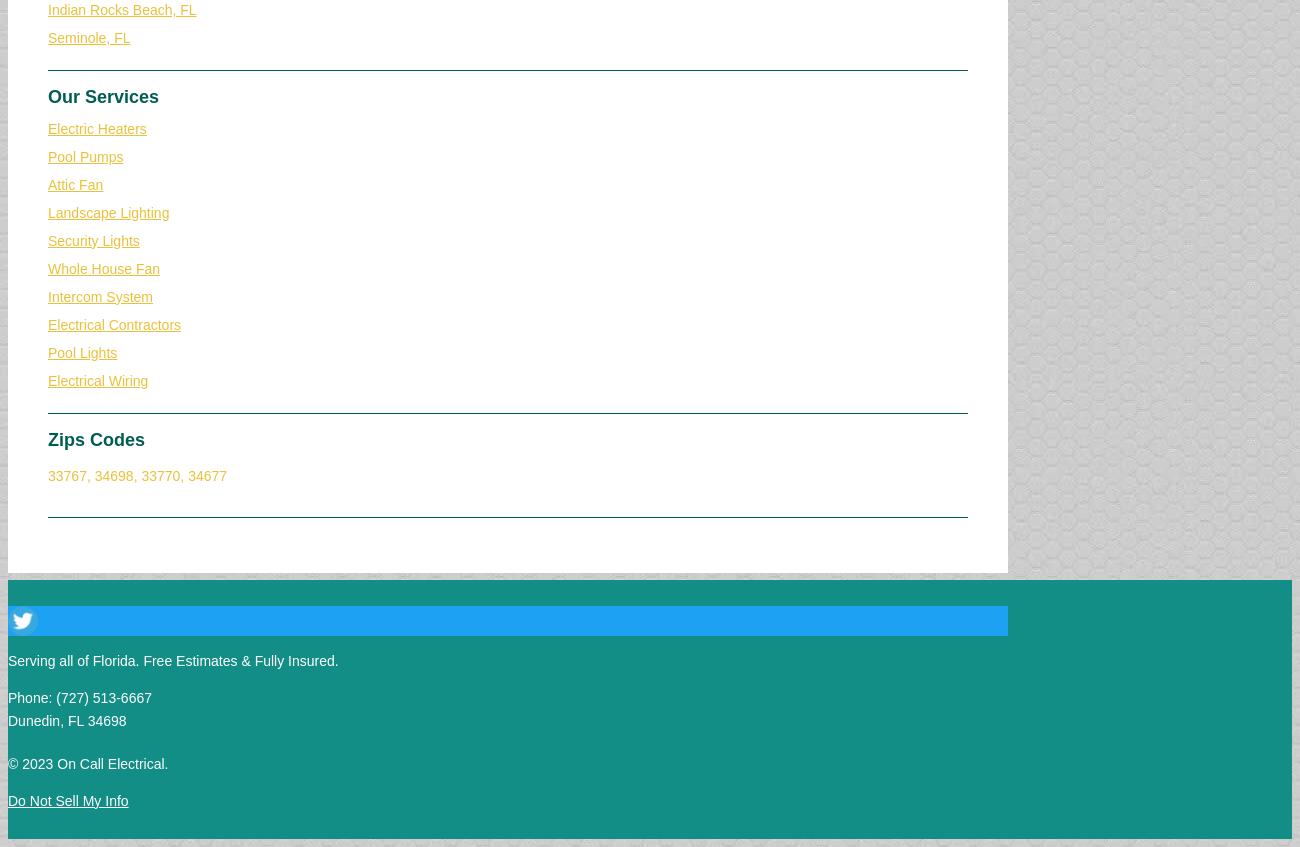 The image size is (1300, 847). What do you see at coordinates (75, 720) in the screenshot?
I see `'FL'` at bounding box center [75, 720].